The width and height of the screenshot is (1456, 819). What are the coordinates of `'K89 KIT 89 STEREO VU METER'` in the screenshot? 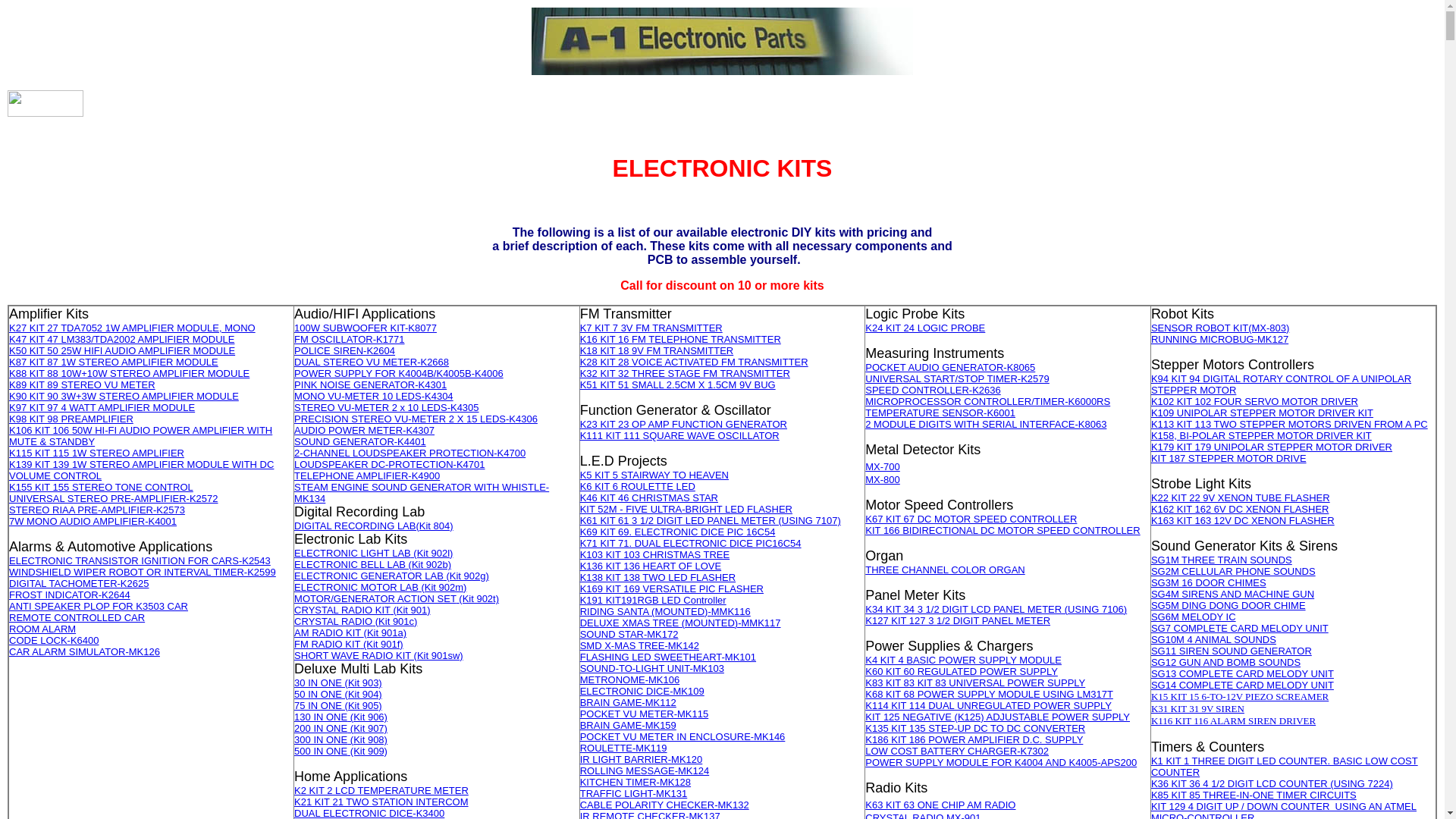 It's located at (81, 384).